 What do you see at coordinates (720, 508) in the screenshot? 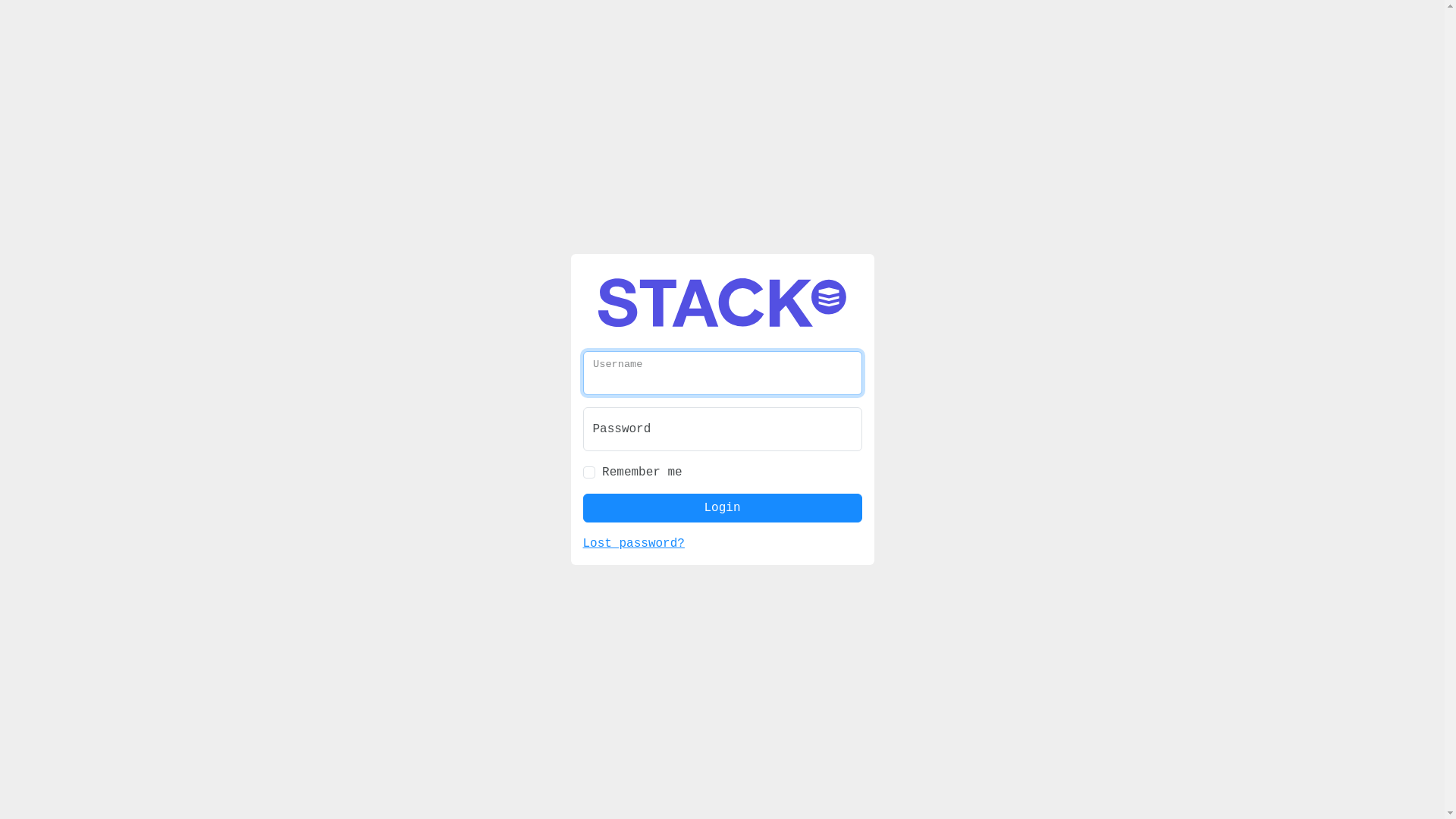
I see `'Login'` at bounding box center [720, 508].